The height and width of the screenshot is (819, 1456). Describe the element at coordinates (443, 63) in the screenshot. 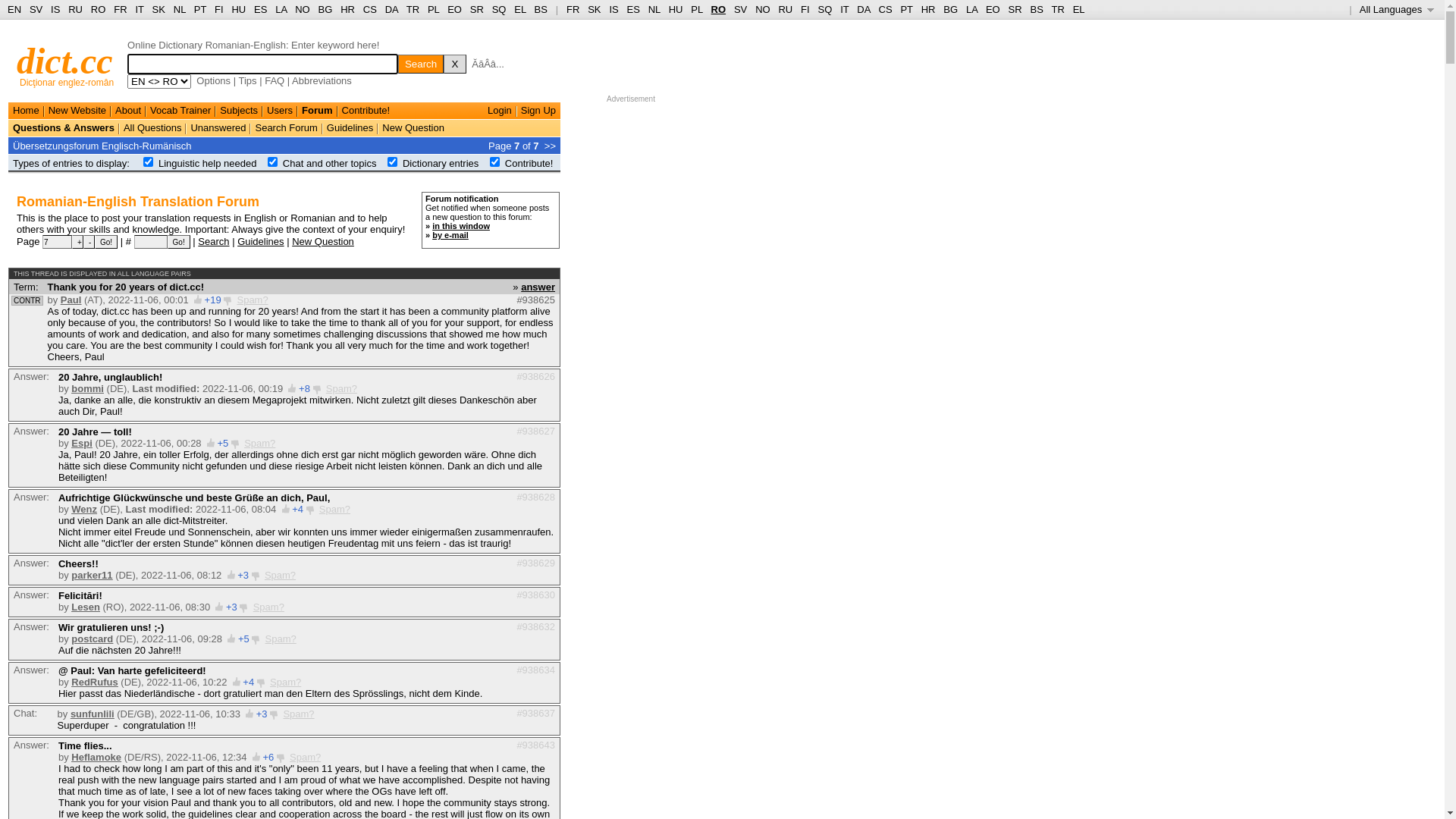

I see `'X'` at that location.